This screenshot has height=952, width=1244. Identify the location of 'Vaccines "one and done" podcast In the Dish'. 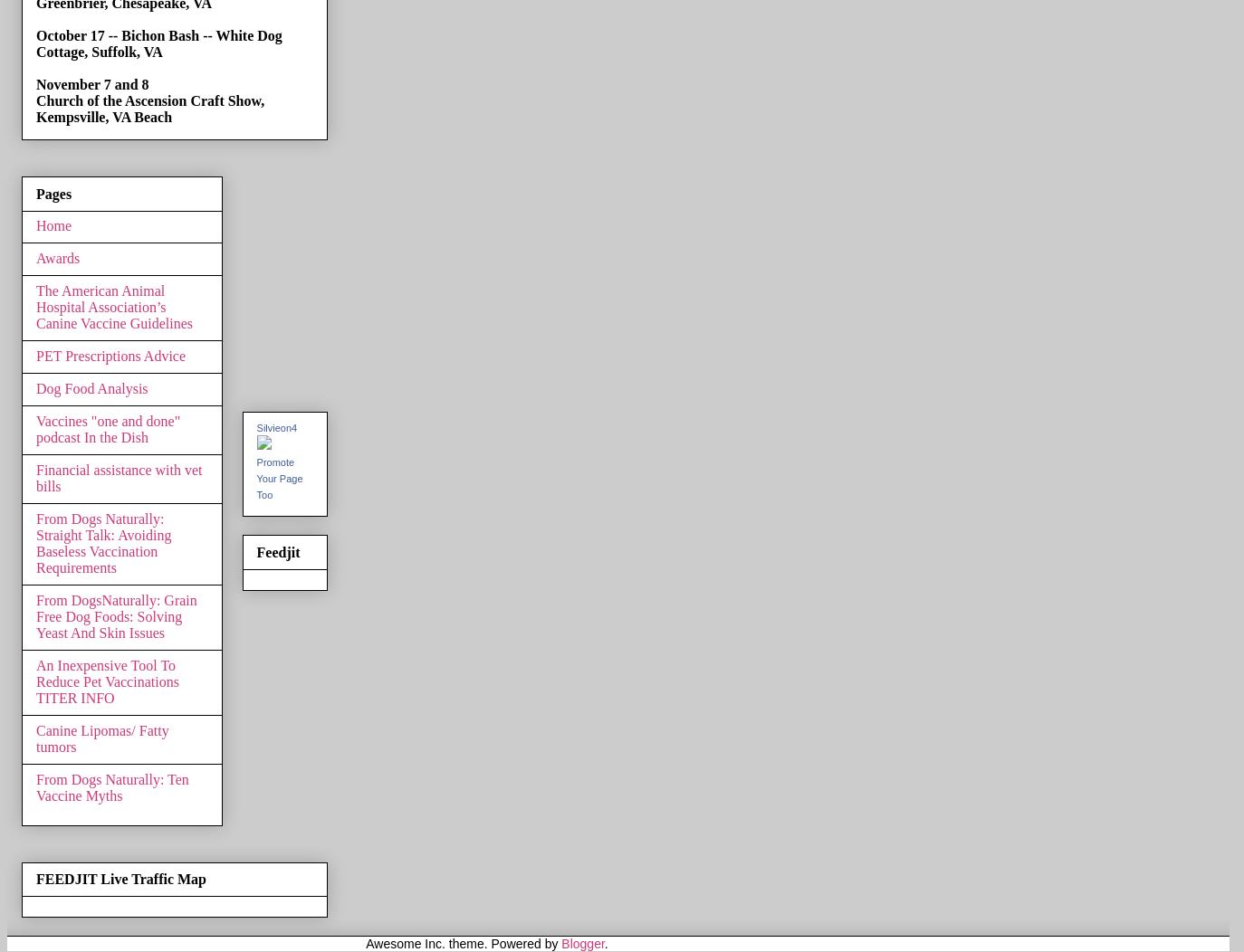
(107, 428).